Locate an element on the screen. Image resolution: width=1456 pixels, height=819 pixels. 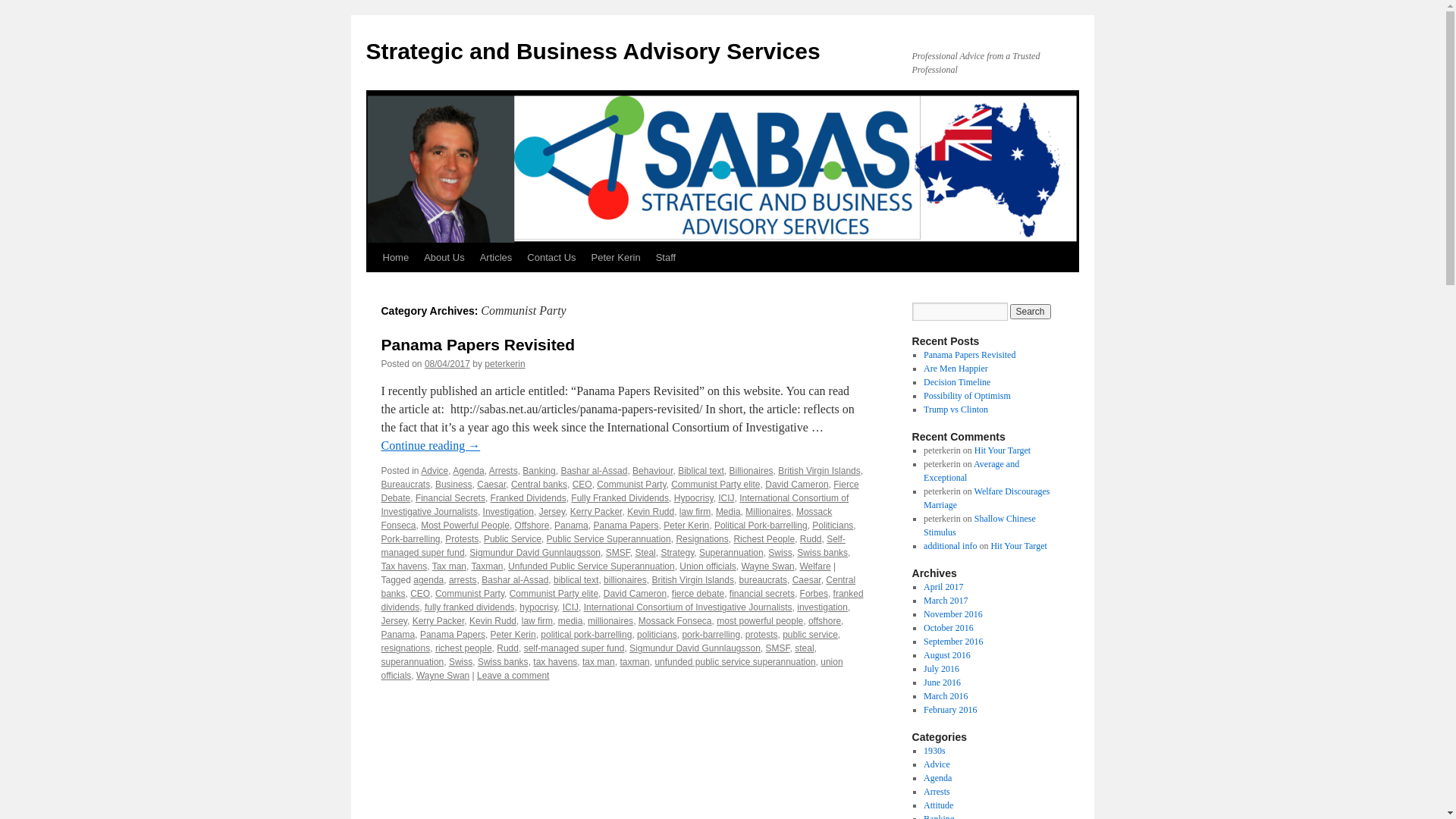
'Articles' is located at coordinates (496, 256).